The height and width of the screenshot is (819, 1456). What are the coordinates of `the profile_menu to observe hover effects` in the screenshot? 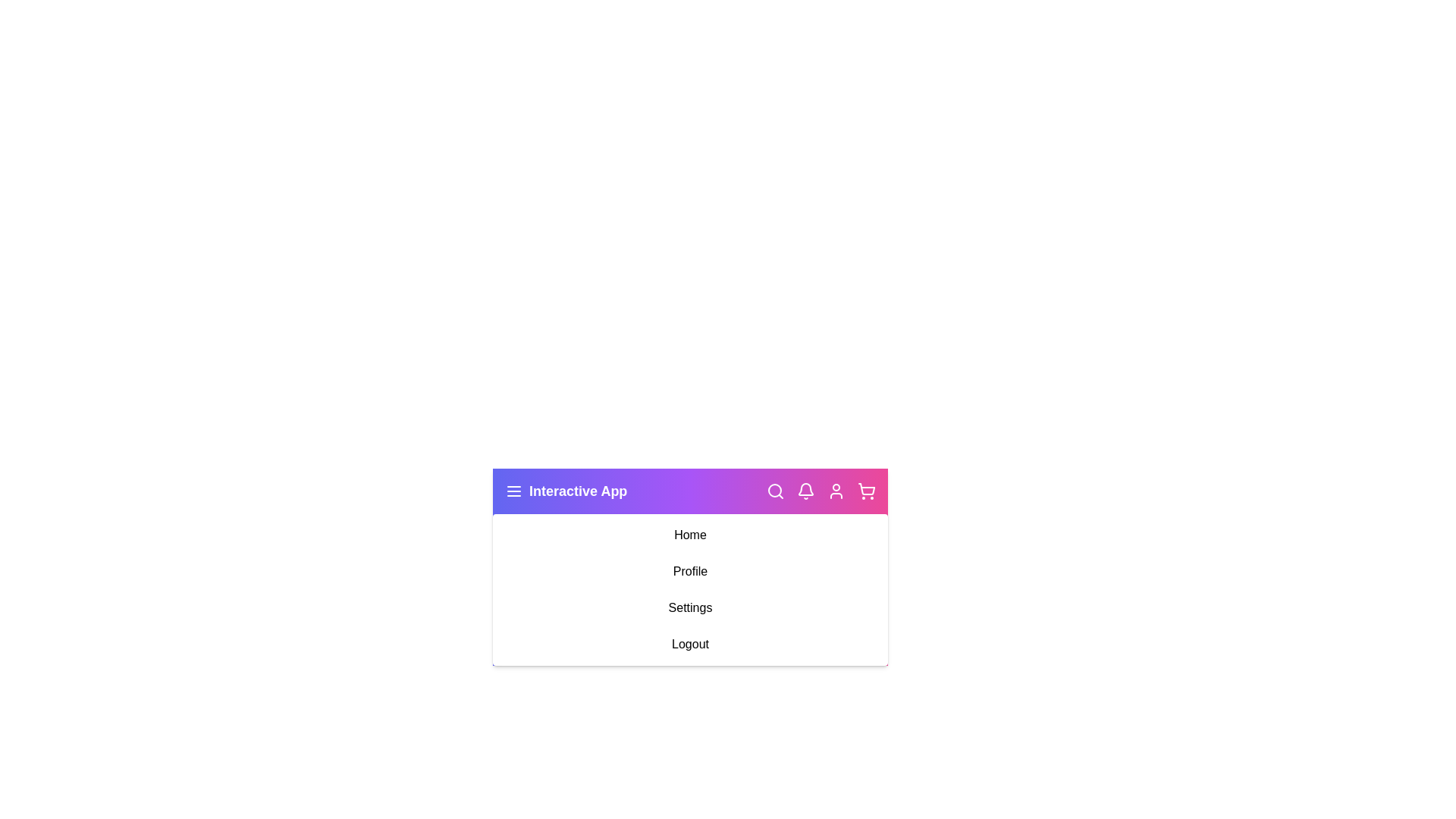 It's located at (689, 571).